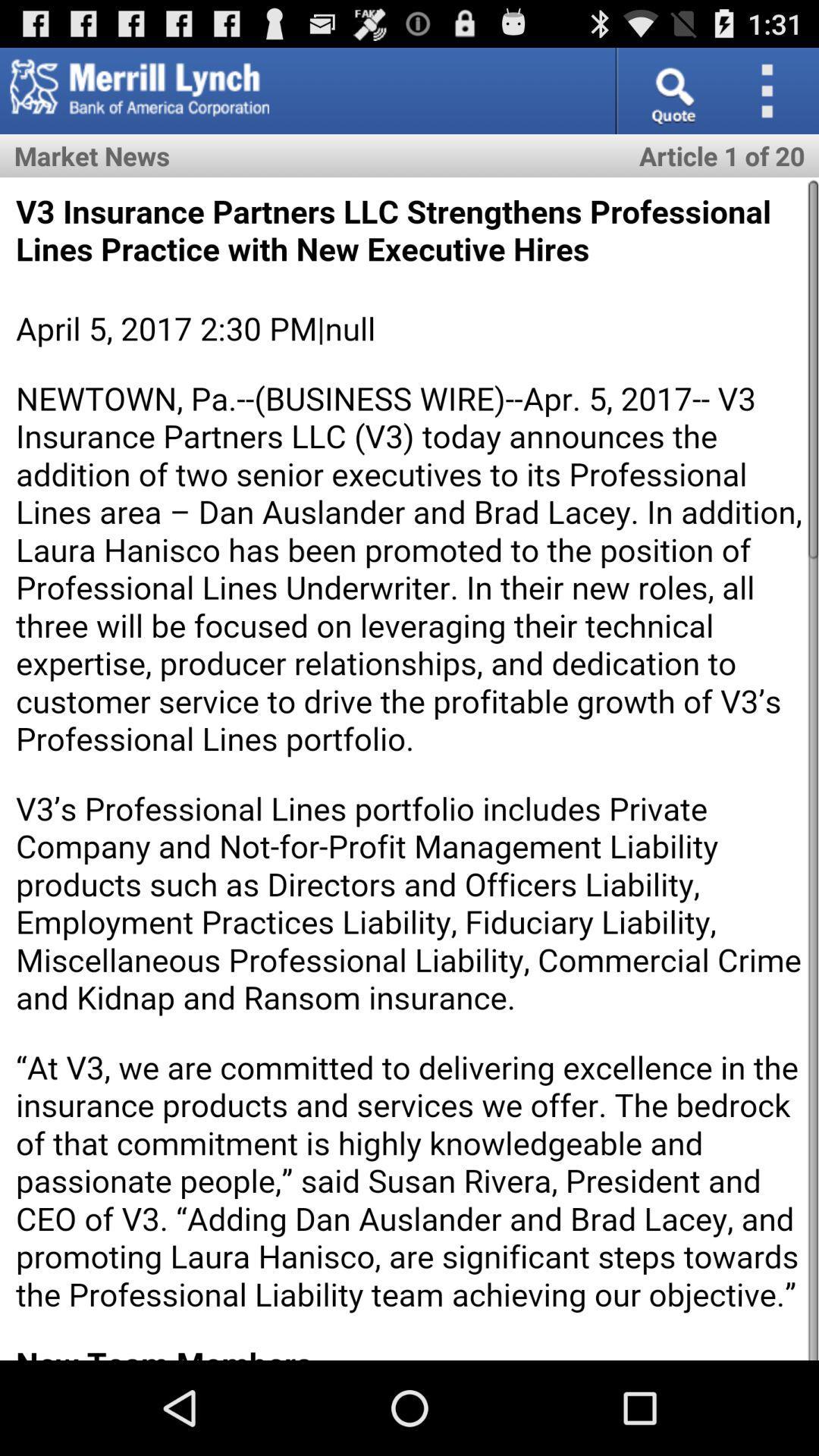 Image resolution: width=819 pixels, height=1456 pixels. What do you see at coordinates (772, 90) in the screenshot?
I see `overflow action button` at bounding box center [772, 90].